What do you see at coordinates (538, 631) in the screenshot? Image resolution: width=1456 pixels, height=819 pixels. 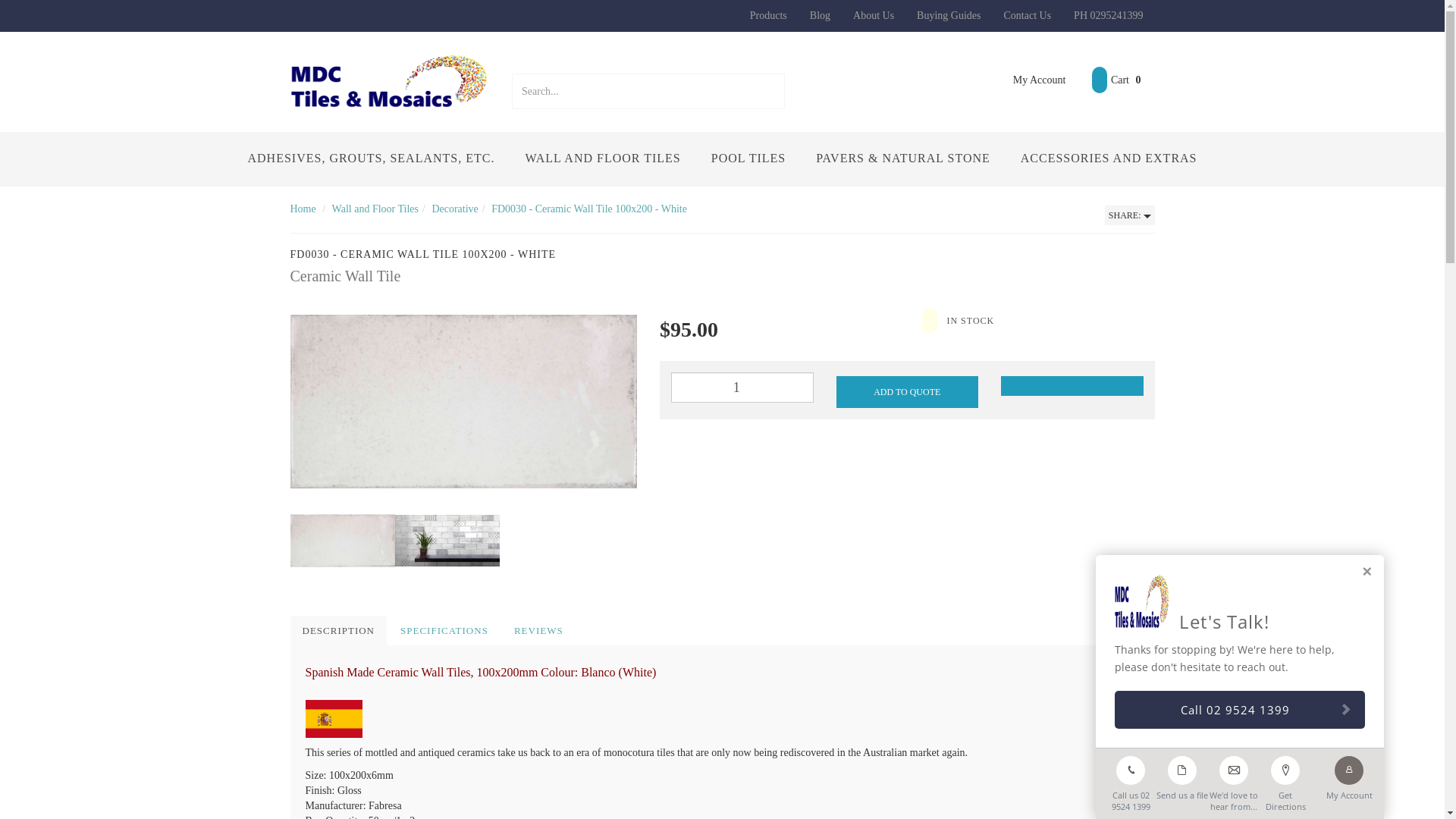 I see `'REVIEWS'` at bounding box center [538, 631].